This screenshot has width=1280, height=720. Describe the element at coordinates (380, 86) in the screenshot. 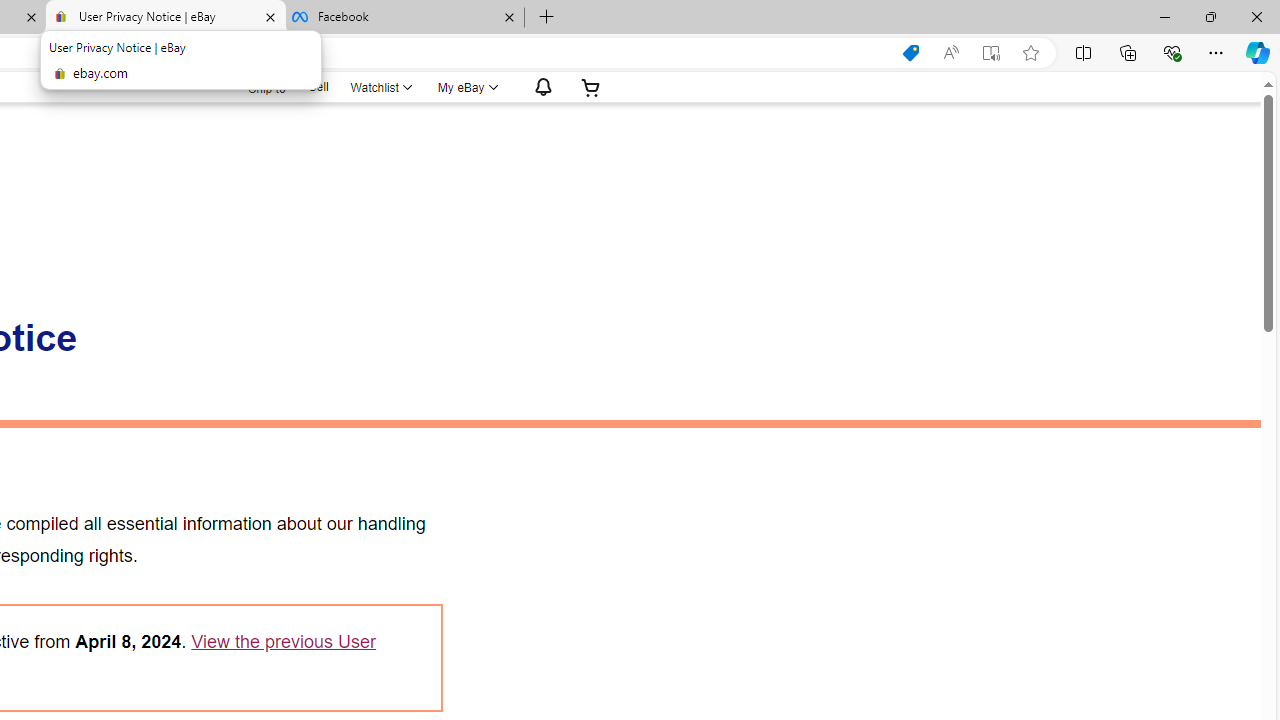

I see `'Watchlist'` at that location.